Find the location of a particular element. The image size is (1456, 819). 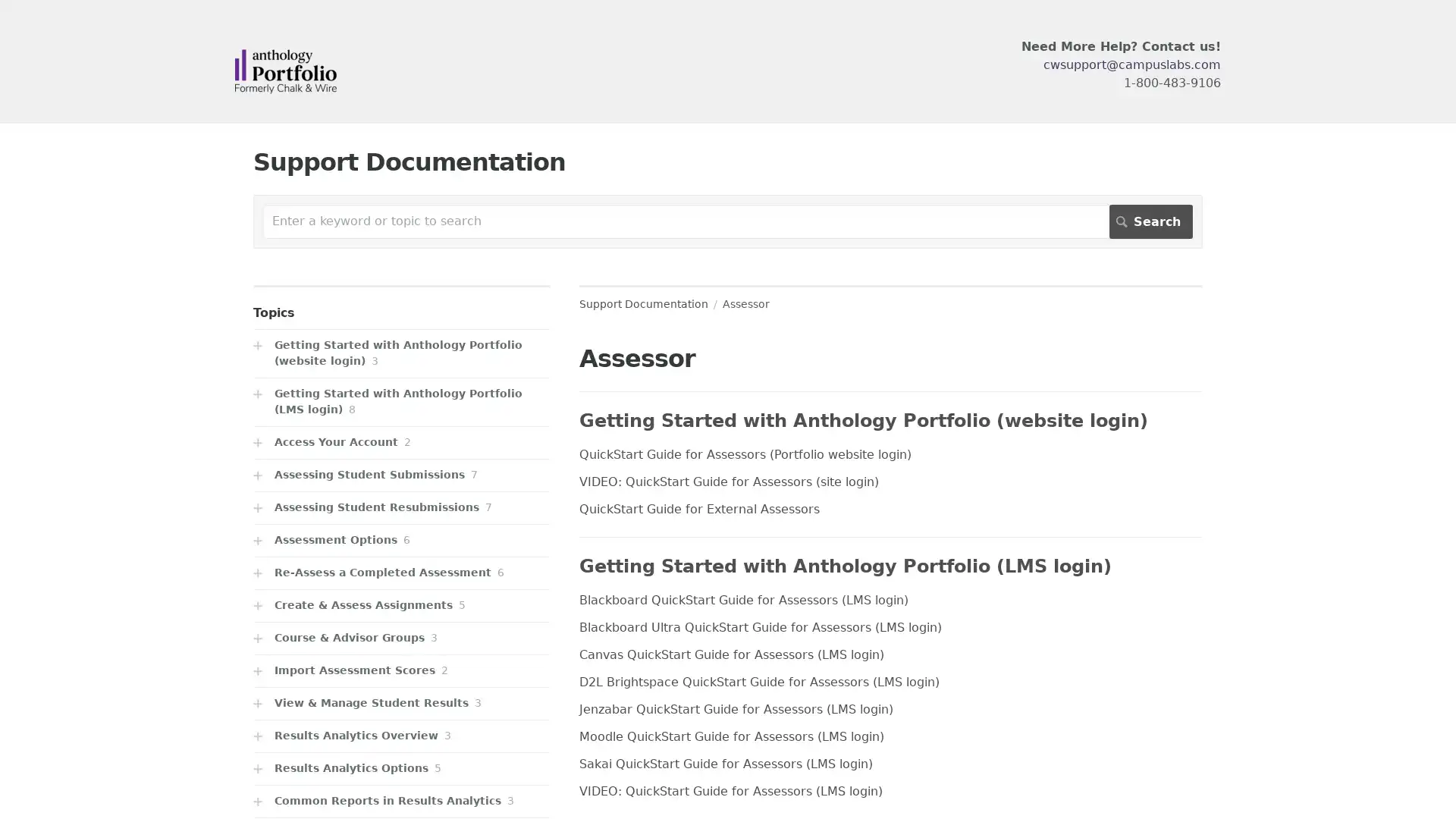

View & Manage Student Results 3 is located at coordinates (401, 703).